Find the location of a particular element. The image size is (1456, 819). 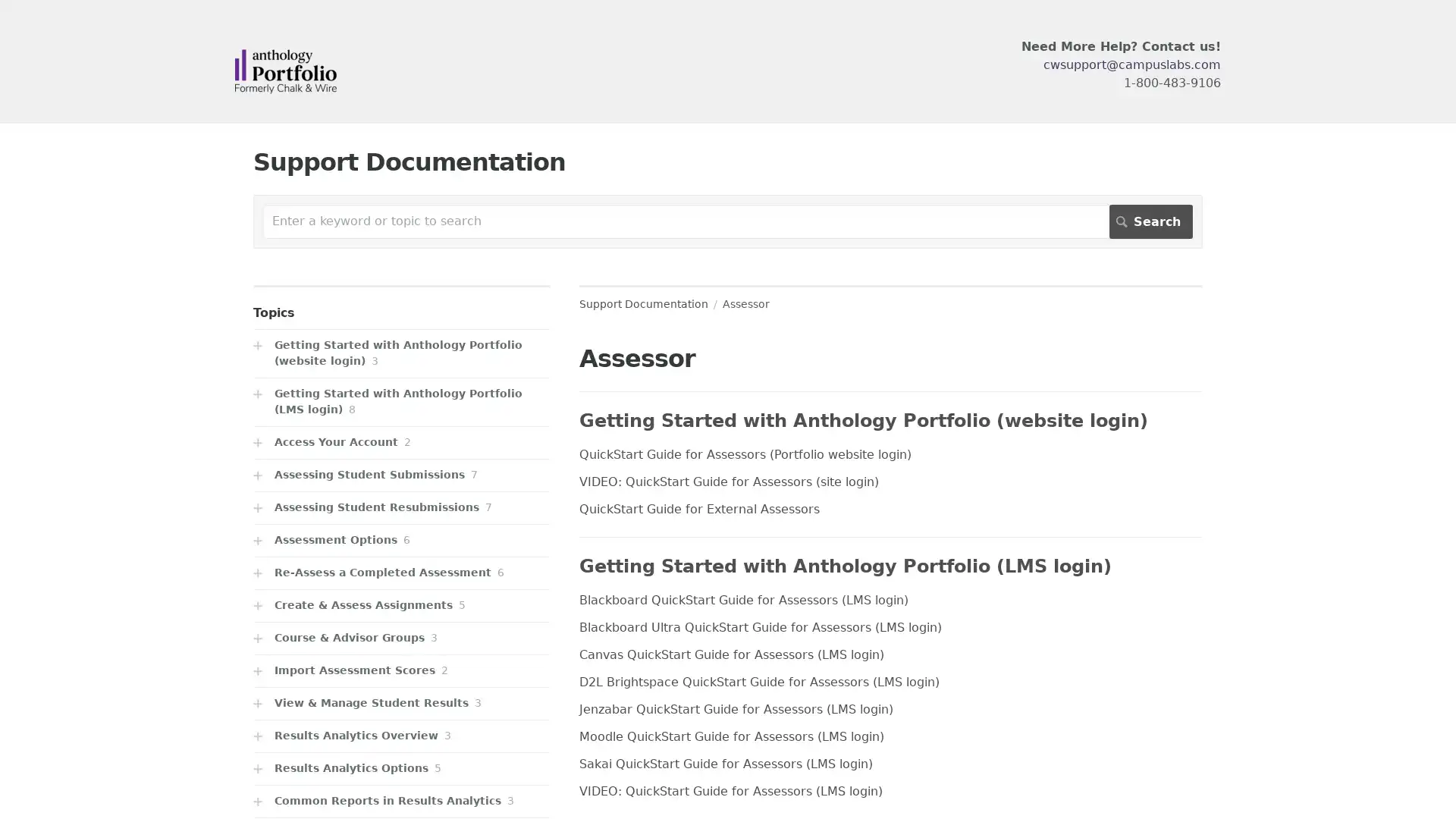

View & Manage Student Results 3 is located at coordinates (401, 703).